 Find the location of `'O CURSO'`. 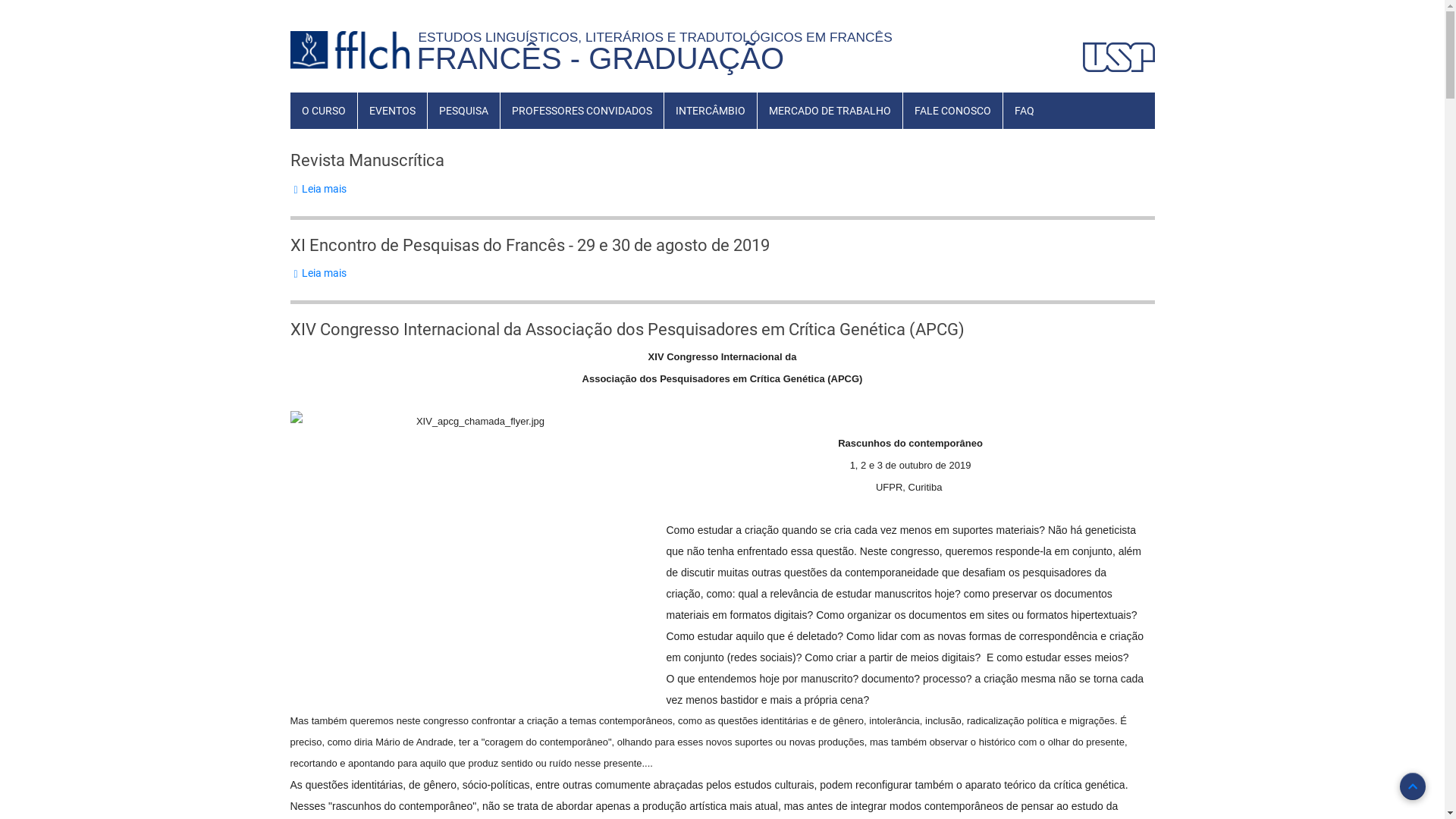

'O CURSO' is located at coordinates (322, 110).